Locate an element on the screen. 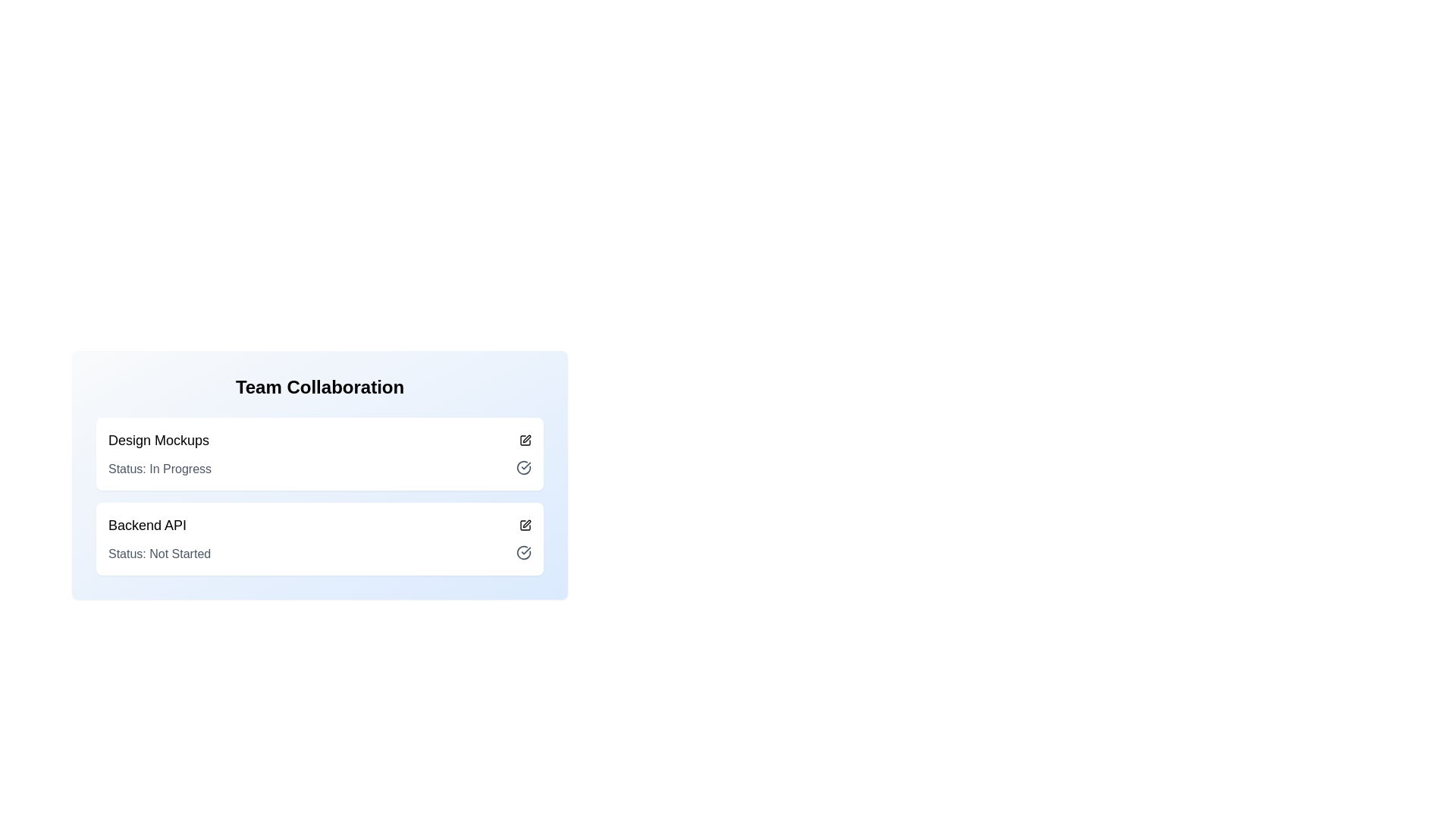 This screenshot has height=819, width=1456. the 'Status: In Progress' label located in the task management interface, positioned under the 'Design Mockups' title and to the left of the checkmark icon is located at coordinates (160, 468).